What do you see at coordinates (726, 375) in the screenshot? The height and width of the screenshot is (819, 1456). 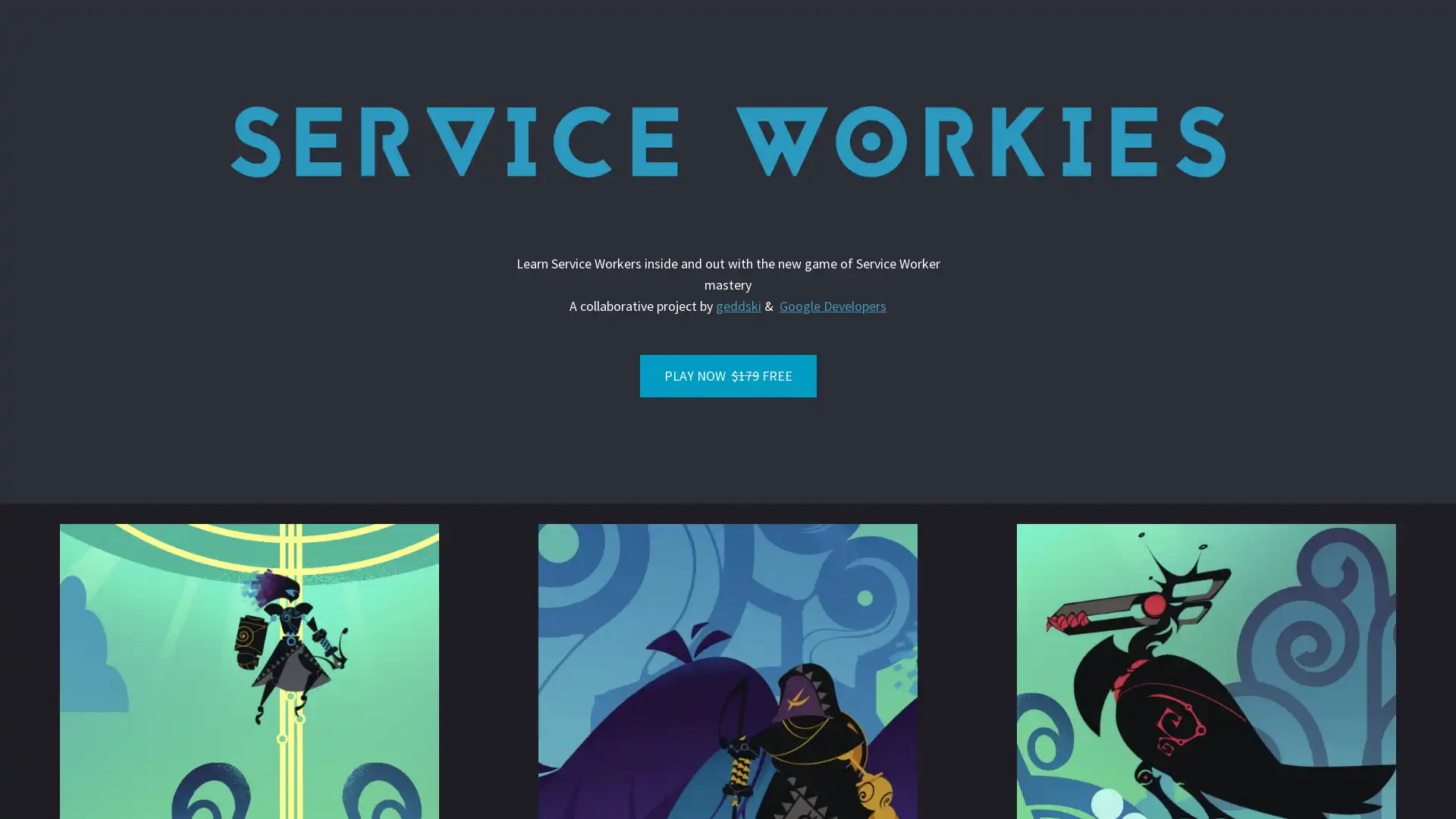 I see `PLAY NOW  $179 FREE` at bounding box center [726, 375].